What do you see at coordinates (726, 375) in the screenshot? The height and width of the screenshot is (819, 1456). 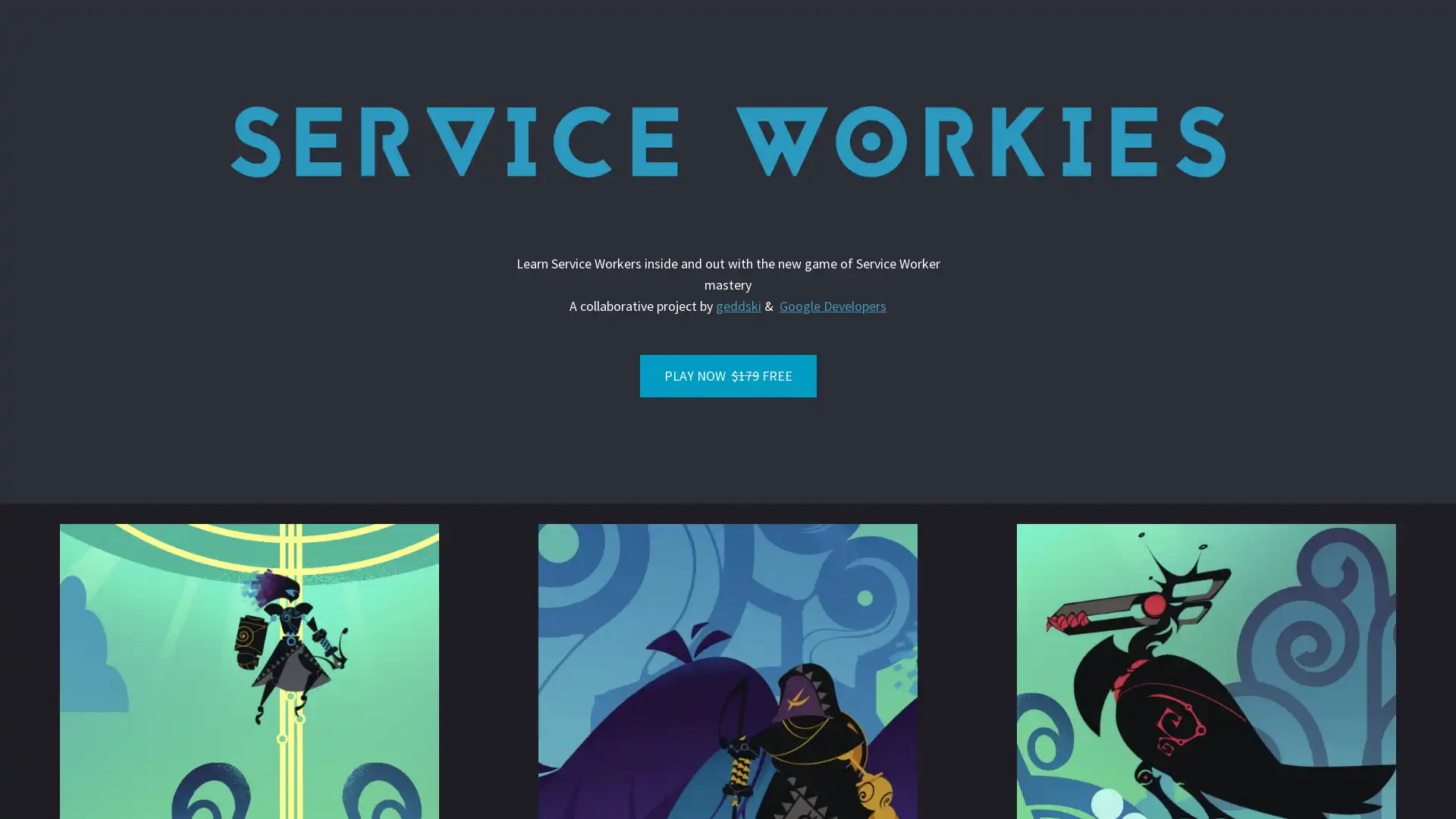 I see `PLAY NOW  $179 FREE` at bounding box center [726, 375].